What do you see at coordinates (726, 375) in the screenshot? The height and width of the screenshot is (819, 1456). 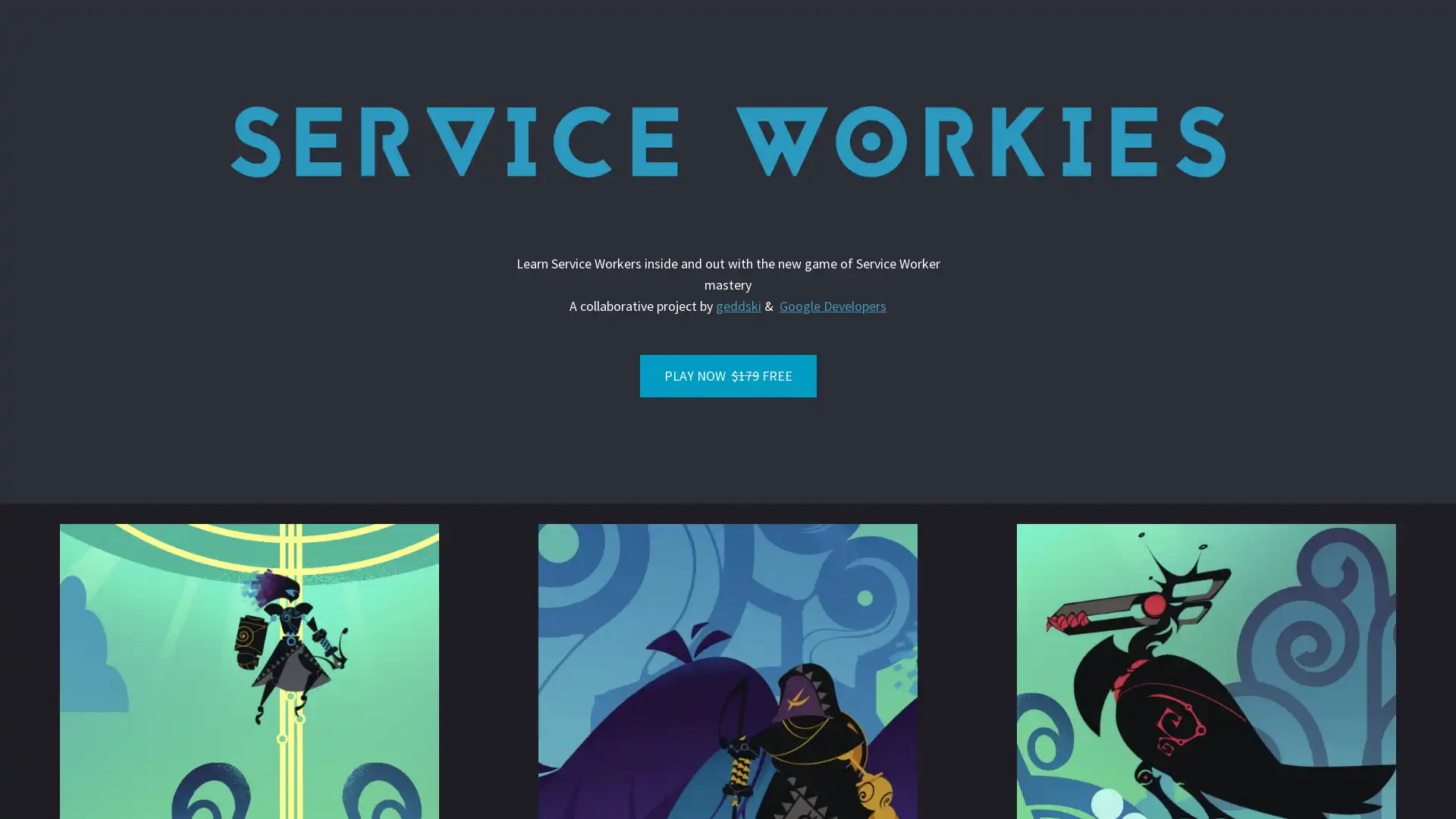 I see `PLAY NOW  $179 FREE` at bounding box center [726, 375].